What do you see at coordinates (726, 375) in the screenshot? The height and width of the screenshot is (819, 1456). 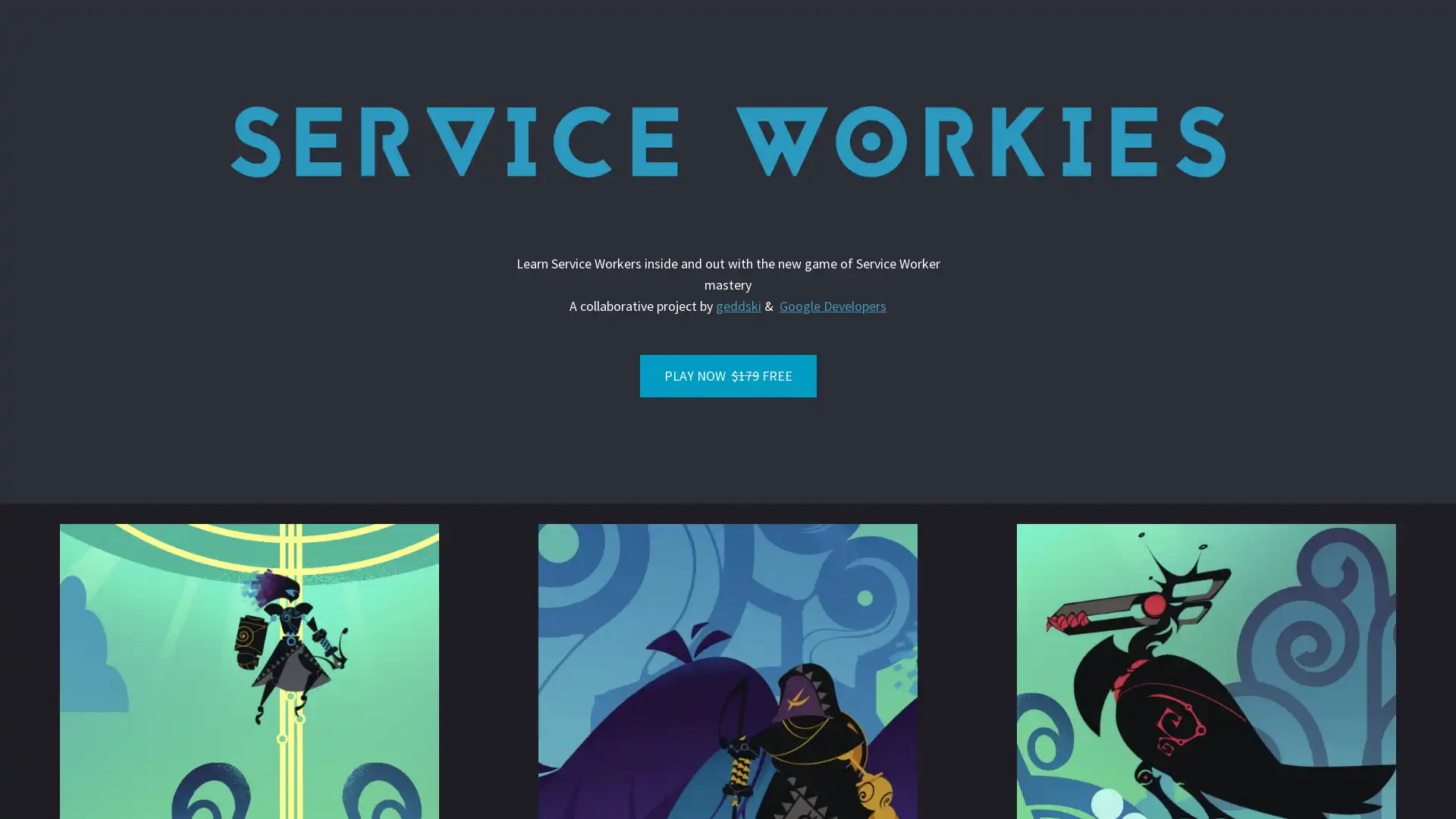 I see `PLAY NOW  $179 FREE` at bounding box center [726, 375].